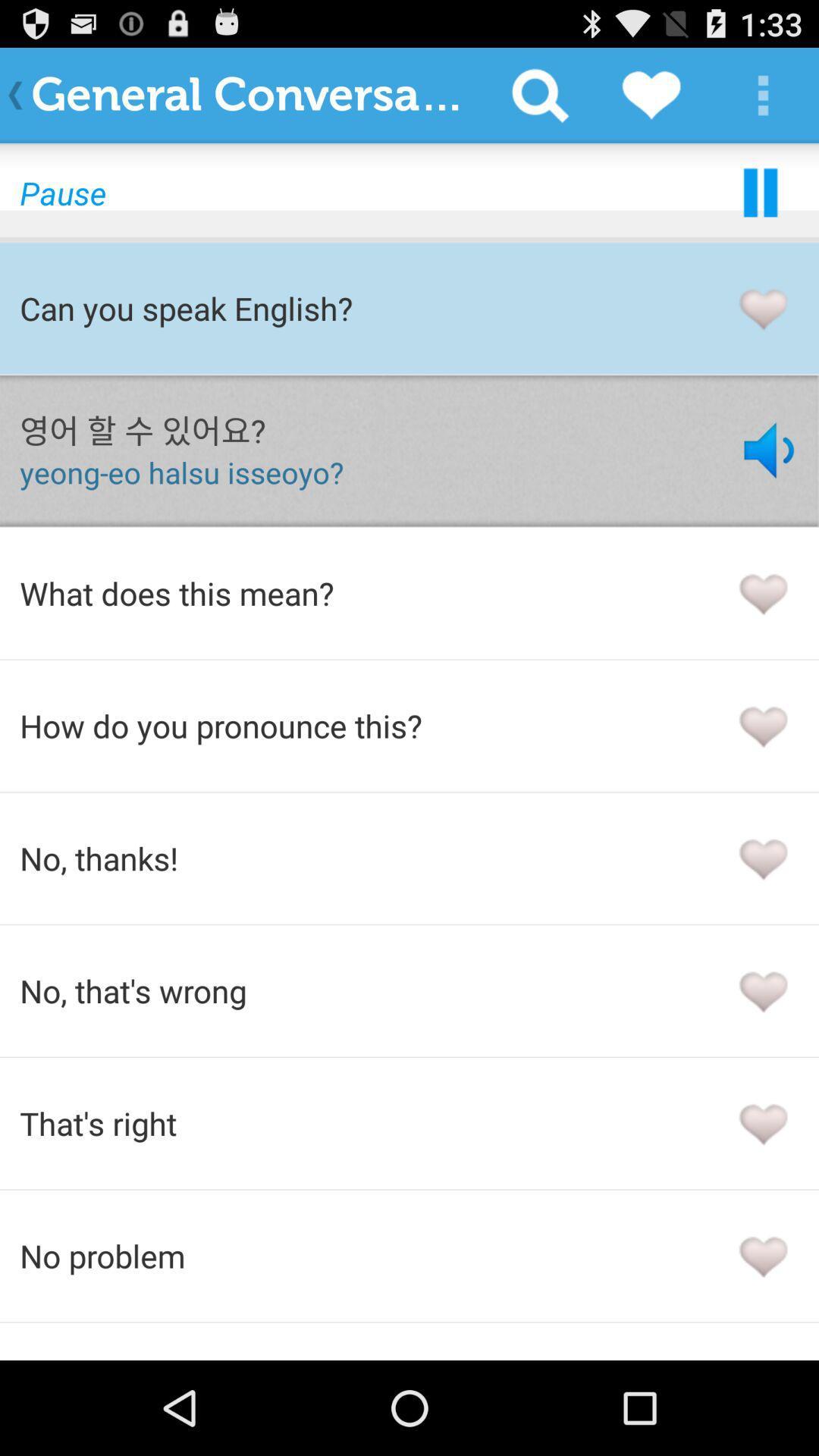  What do you see at coordinates (760, 206) in the screenshot?
I see `the pause icon` at bounding box center [760, 206].